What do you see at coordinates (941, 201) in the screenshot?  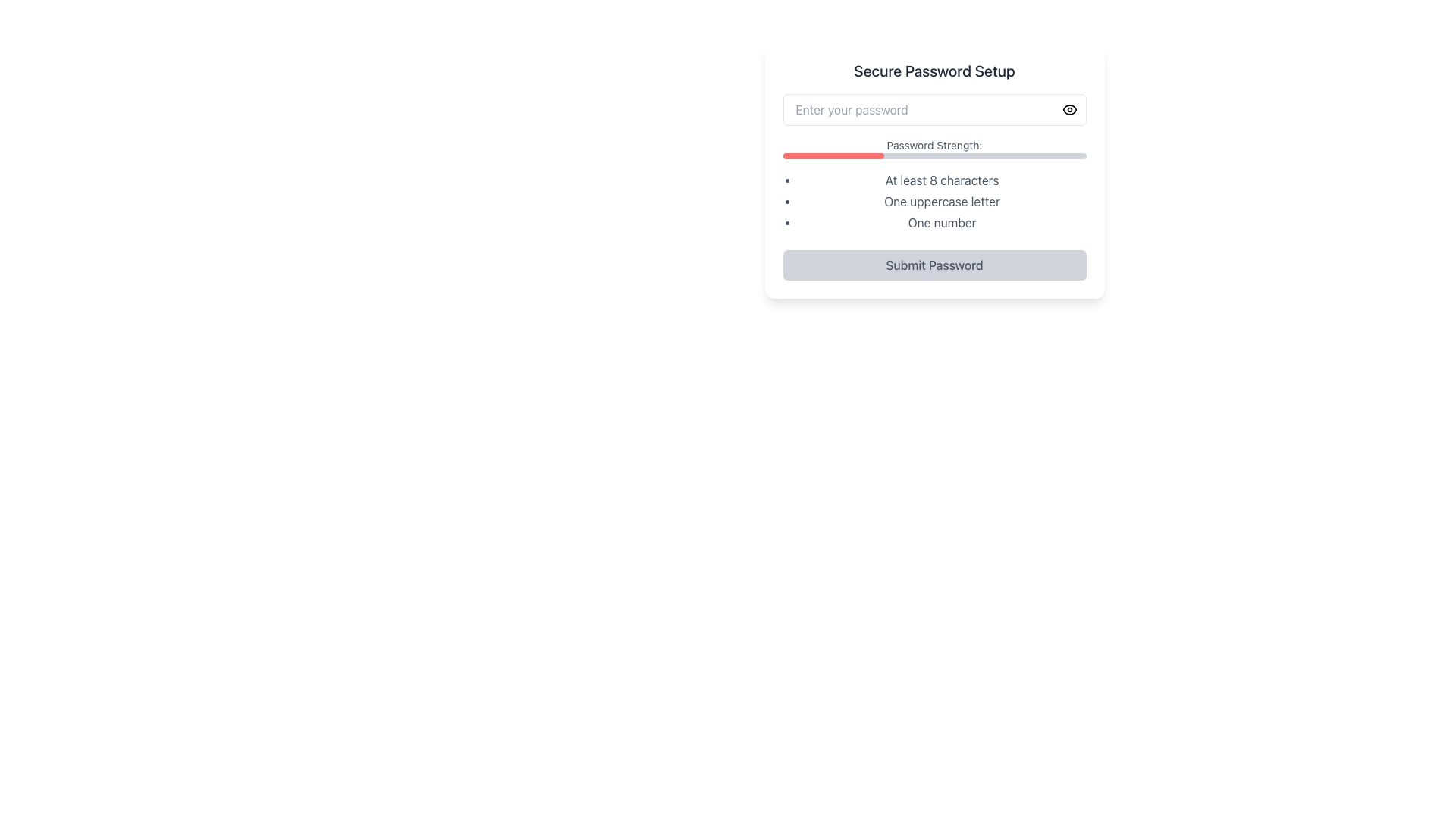 I see `text element displaying 'One uppercase letter' in gray color, which is part of the bulleted list under the 'Password Strength' section in the password setup form` at bounding box center [941, 201].